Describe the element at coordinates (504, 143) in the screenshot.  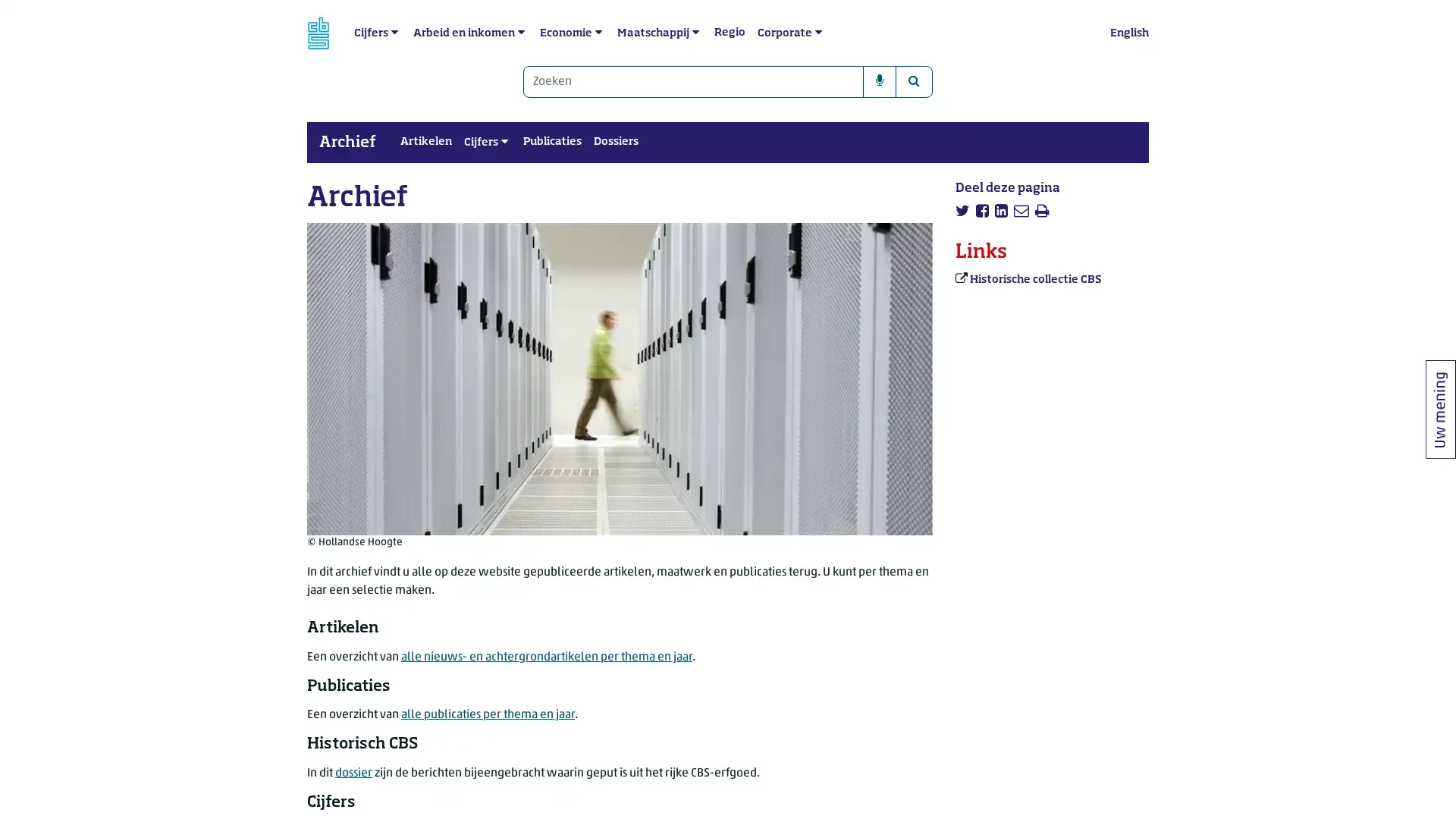
I see `submenu Cijfers` at that location.